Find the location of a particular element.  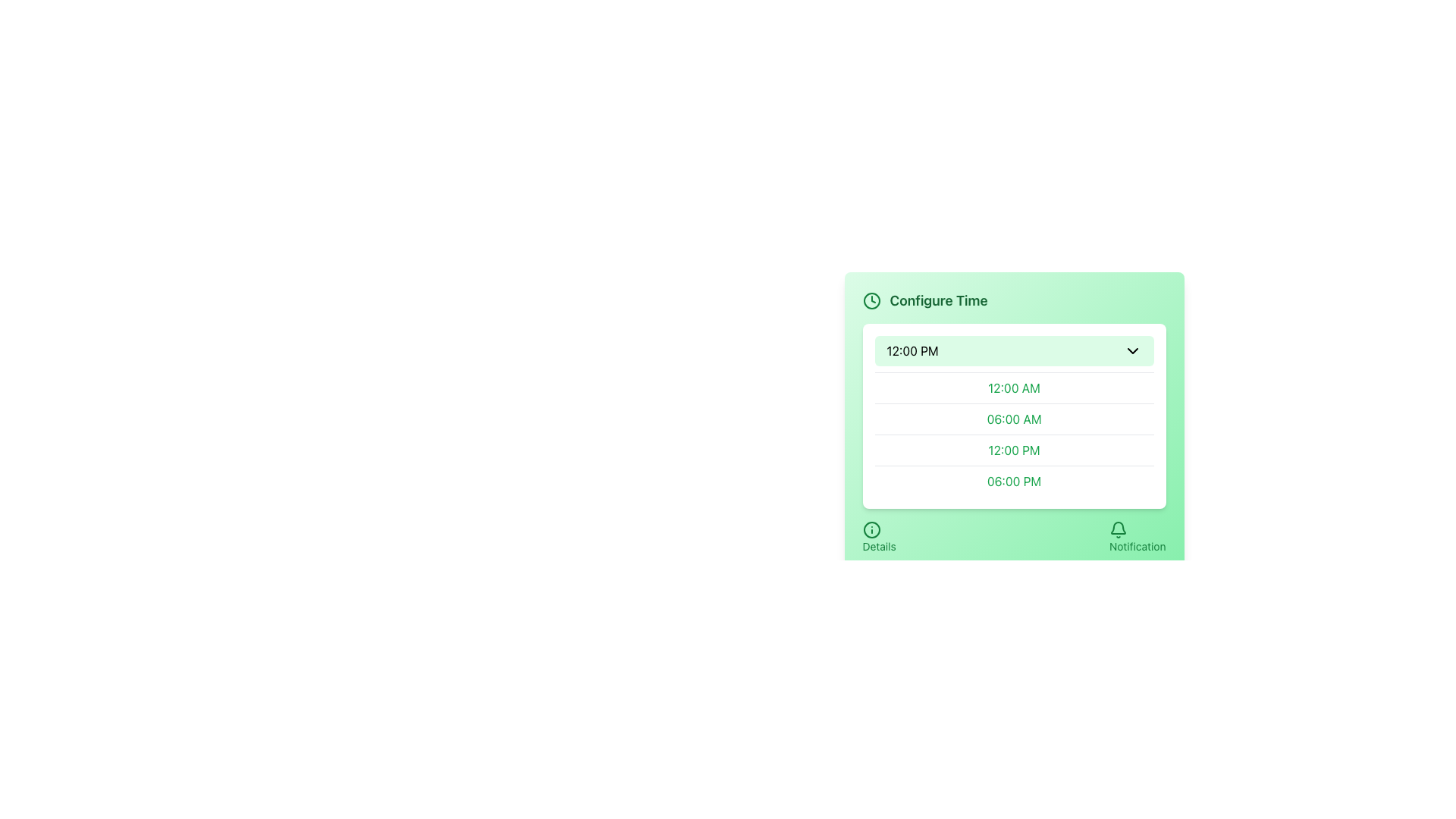

the time option '06:00 AM' in the time picker dropdown menu is located at coordinates (1014, 419).